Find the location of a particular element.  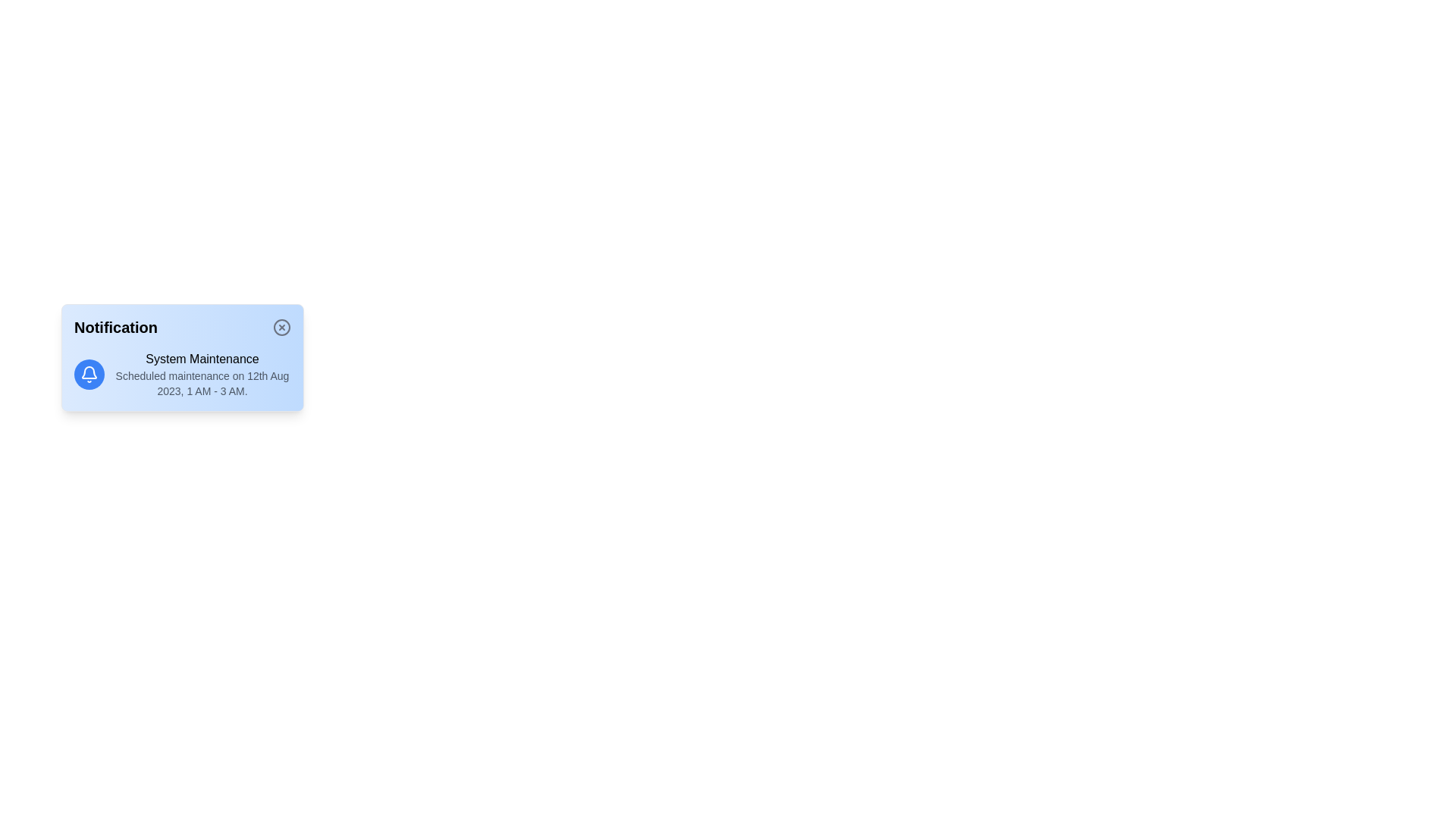

the Text Display that informs the user about the scheduled system maintenance event, located in the notification card to the right of the bell icon is located at coordinates (202, 374).